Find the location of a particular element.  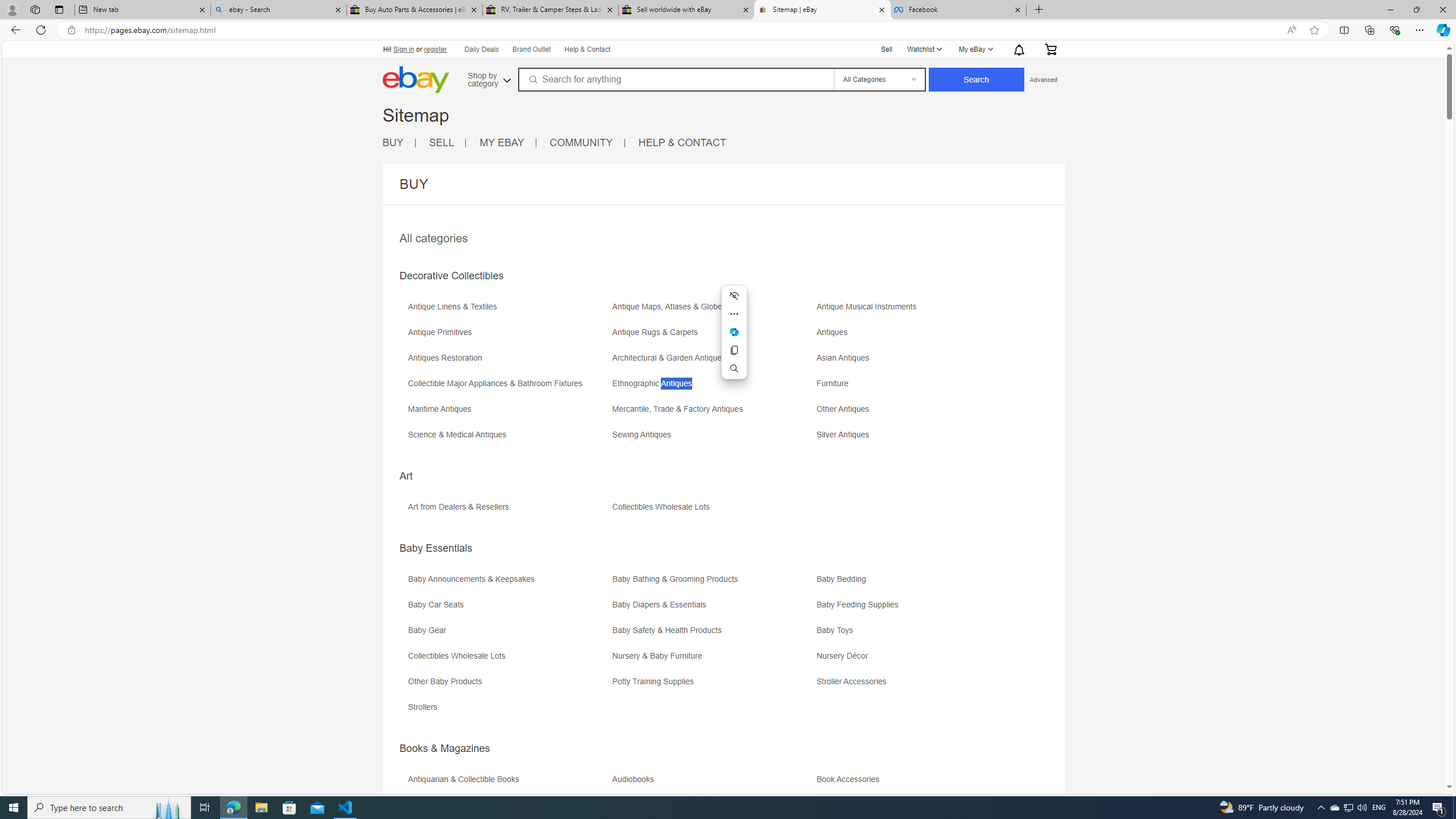

'SELL' is located at coordinates (441, 142).